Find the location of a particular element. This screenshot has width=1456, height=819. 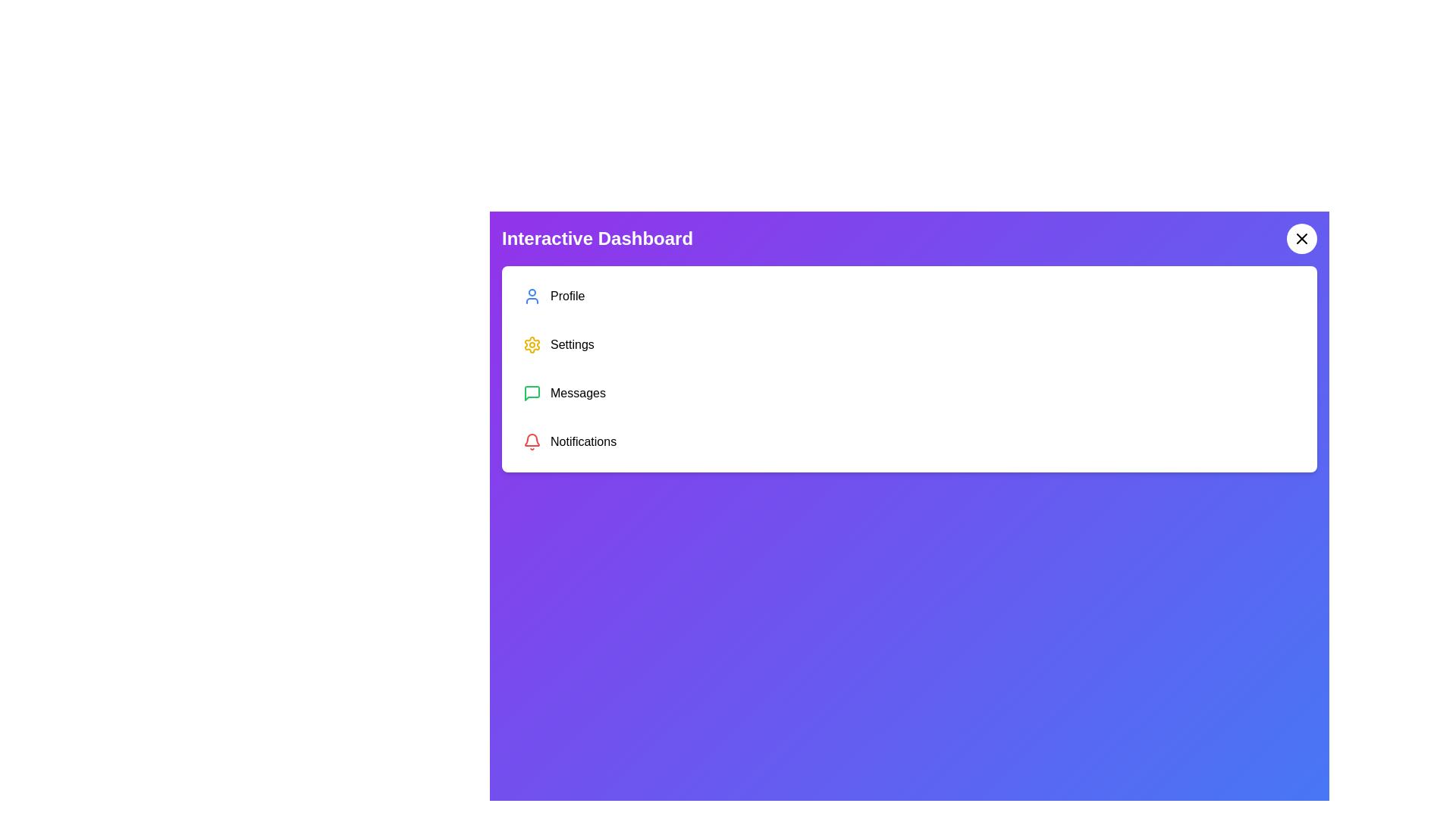

the 'Profile' icon located in the top-left corner of the panel, which is associated with the 'Profile' text label is located at coordinates (532, 296).